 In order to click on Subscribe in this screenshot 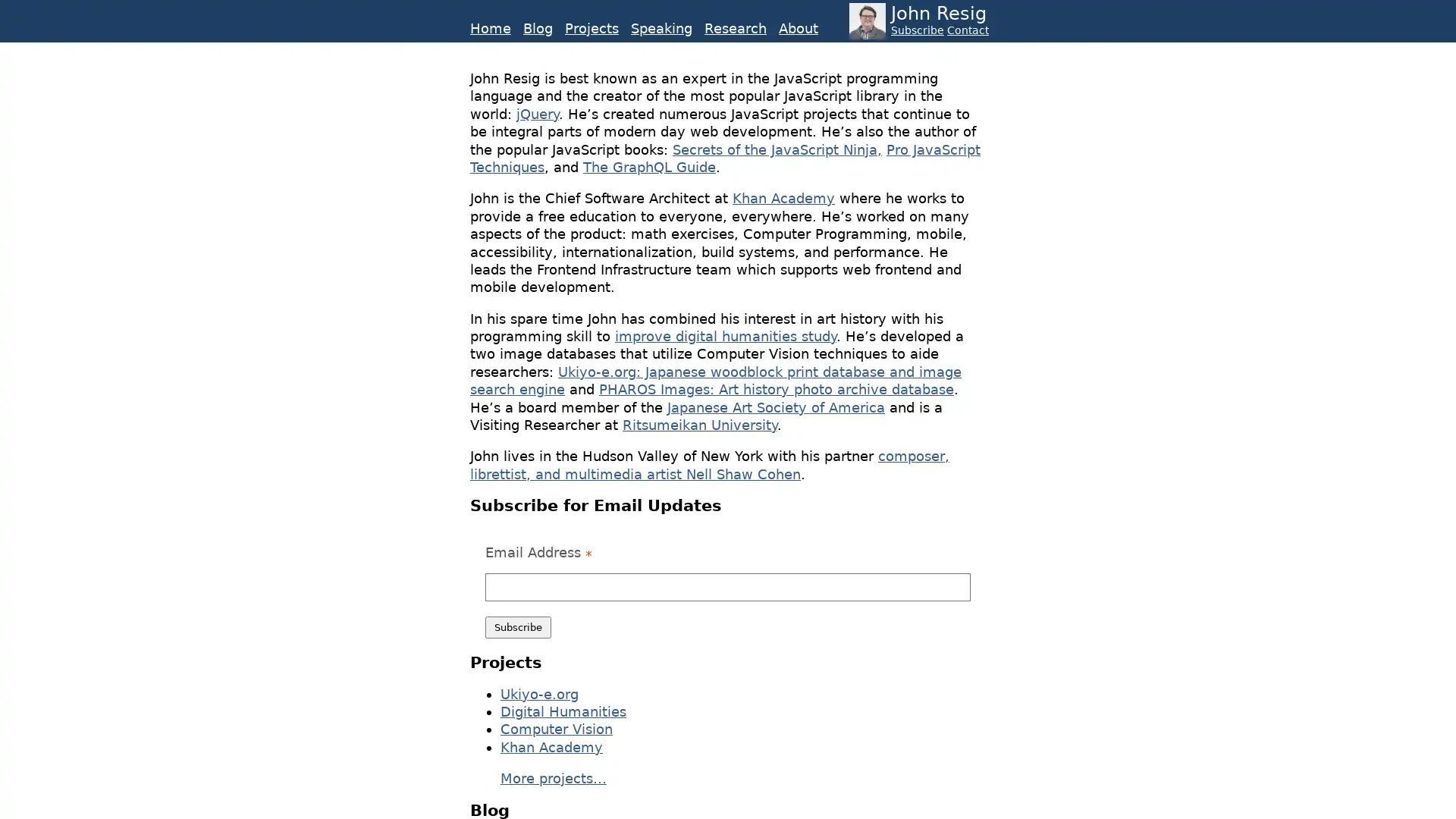, I will do `click(518, 627)`.